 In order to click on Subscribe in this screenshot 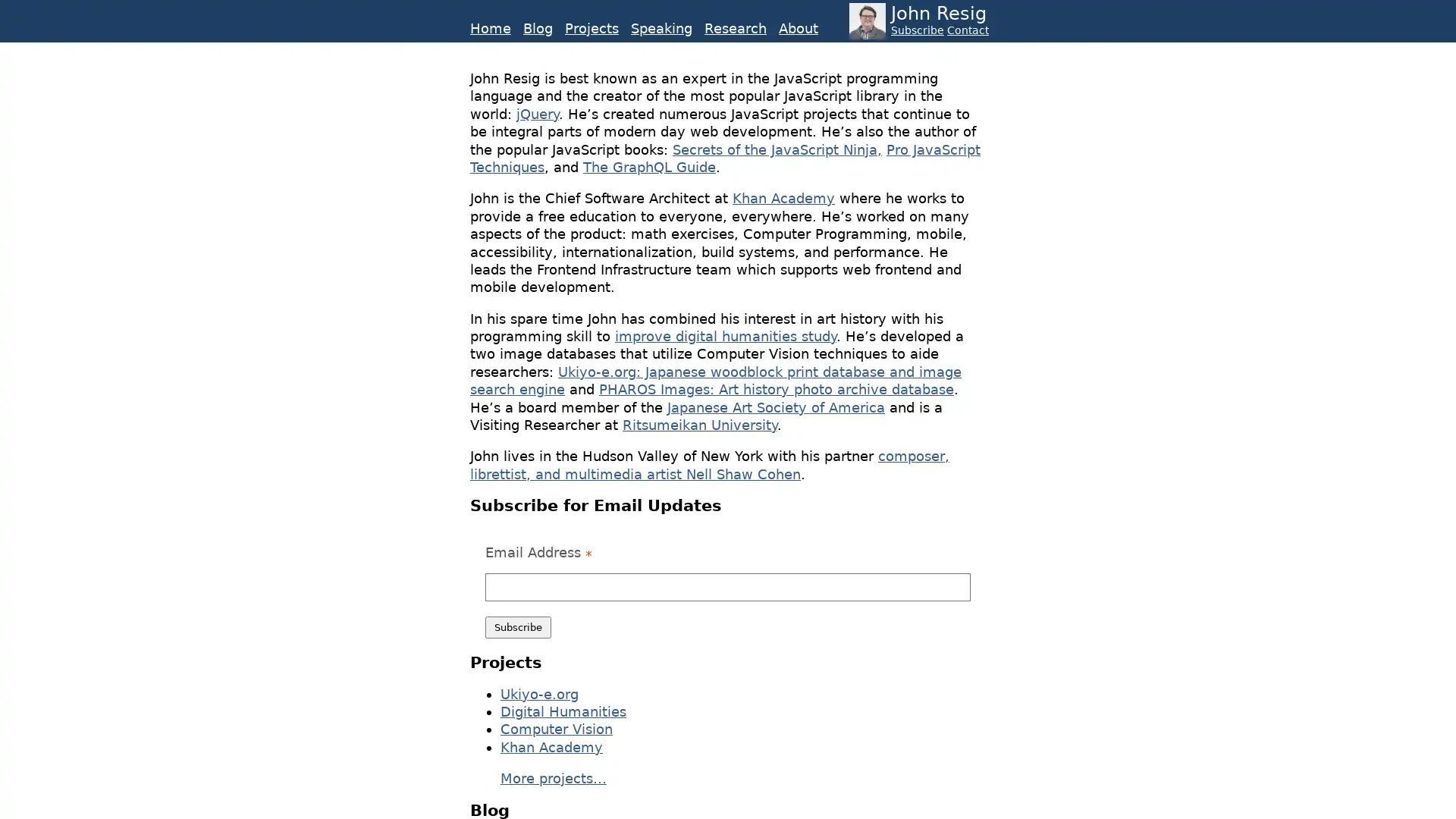, I will do `click(518, 627)`.